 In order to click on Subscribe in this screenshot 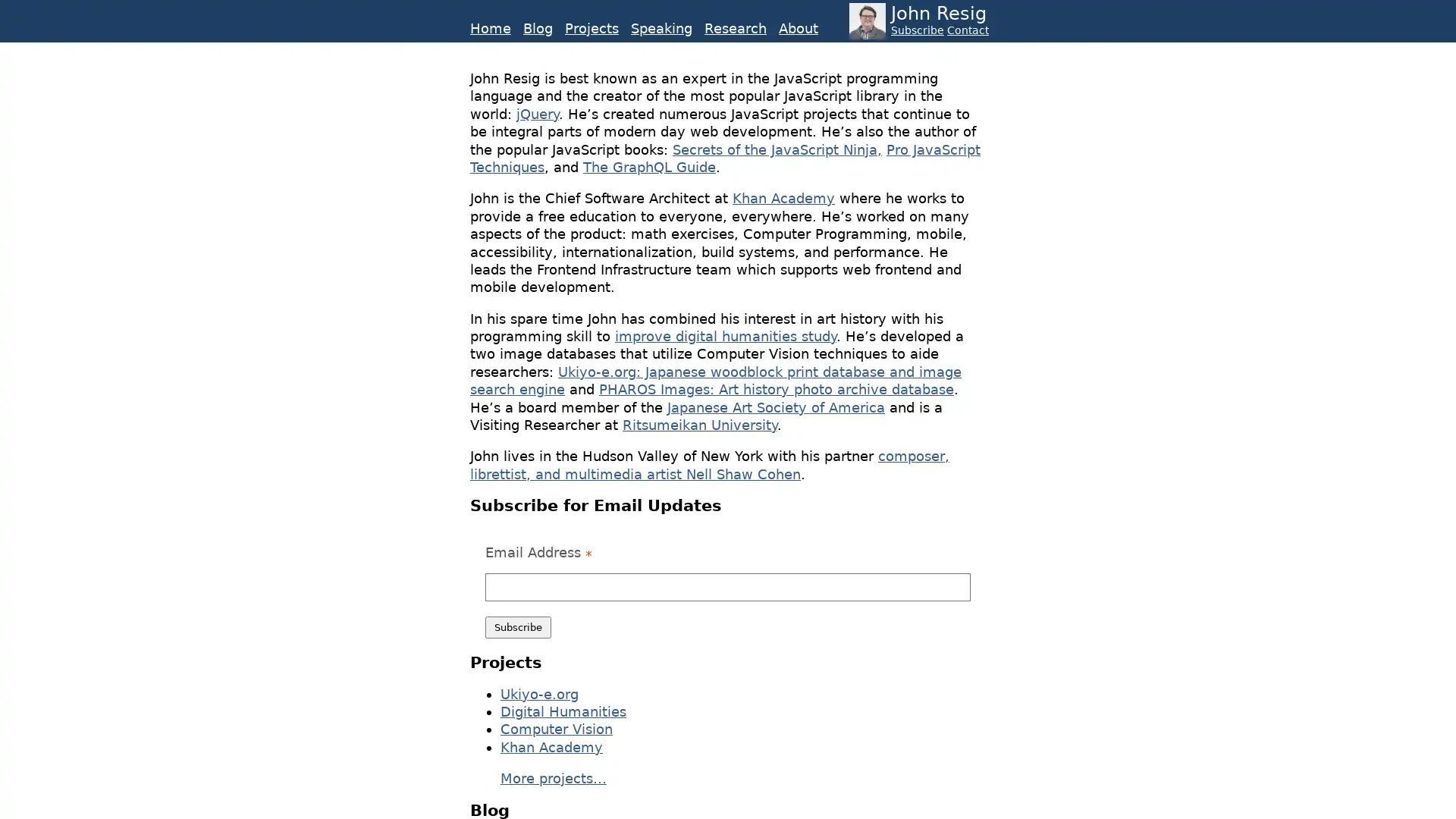, I will do `click(518, 627)`.